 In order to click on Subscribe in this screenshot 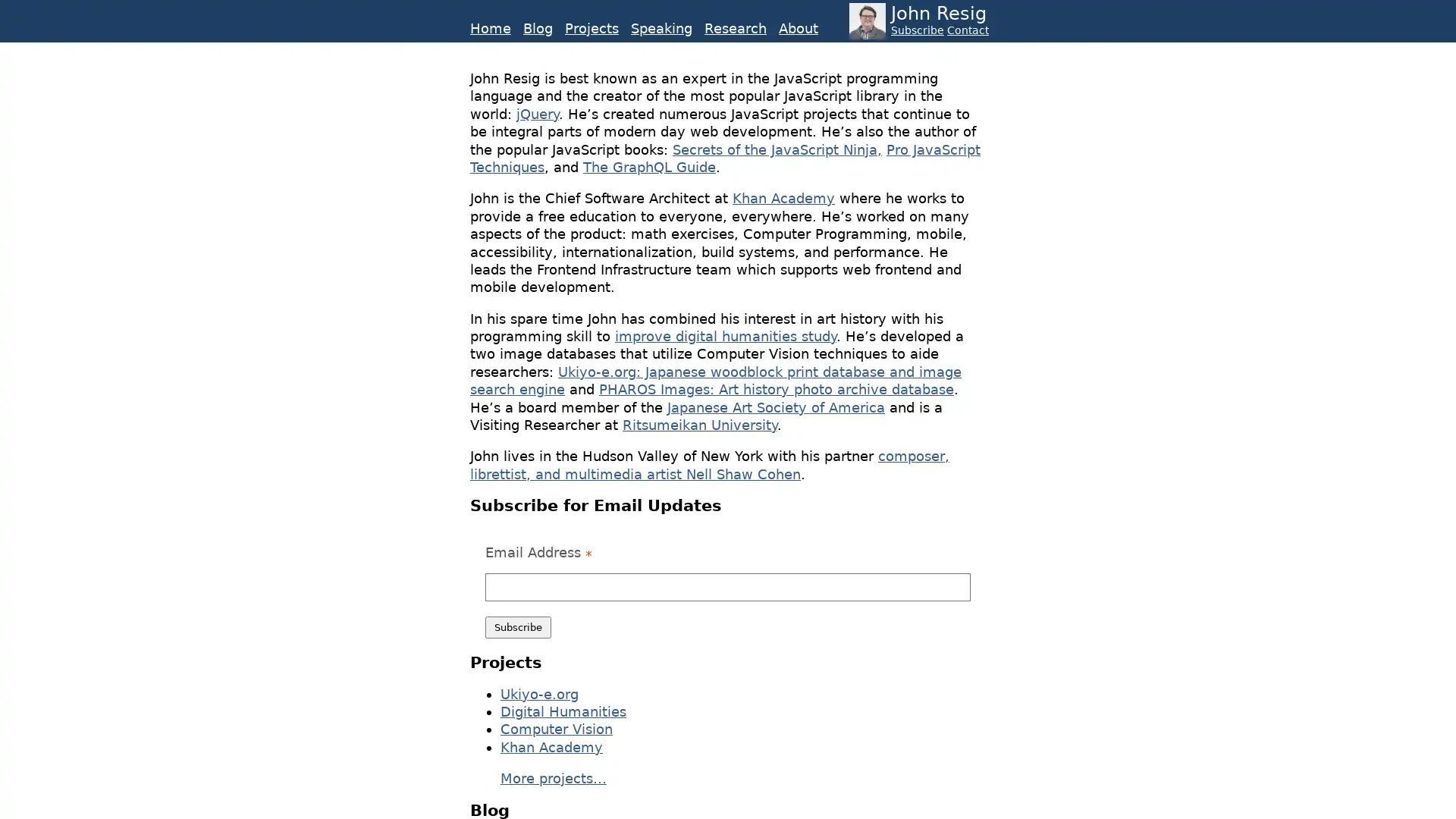, I will do `click(518, 627)`.